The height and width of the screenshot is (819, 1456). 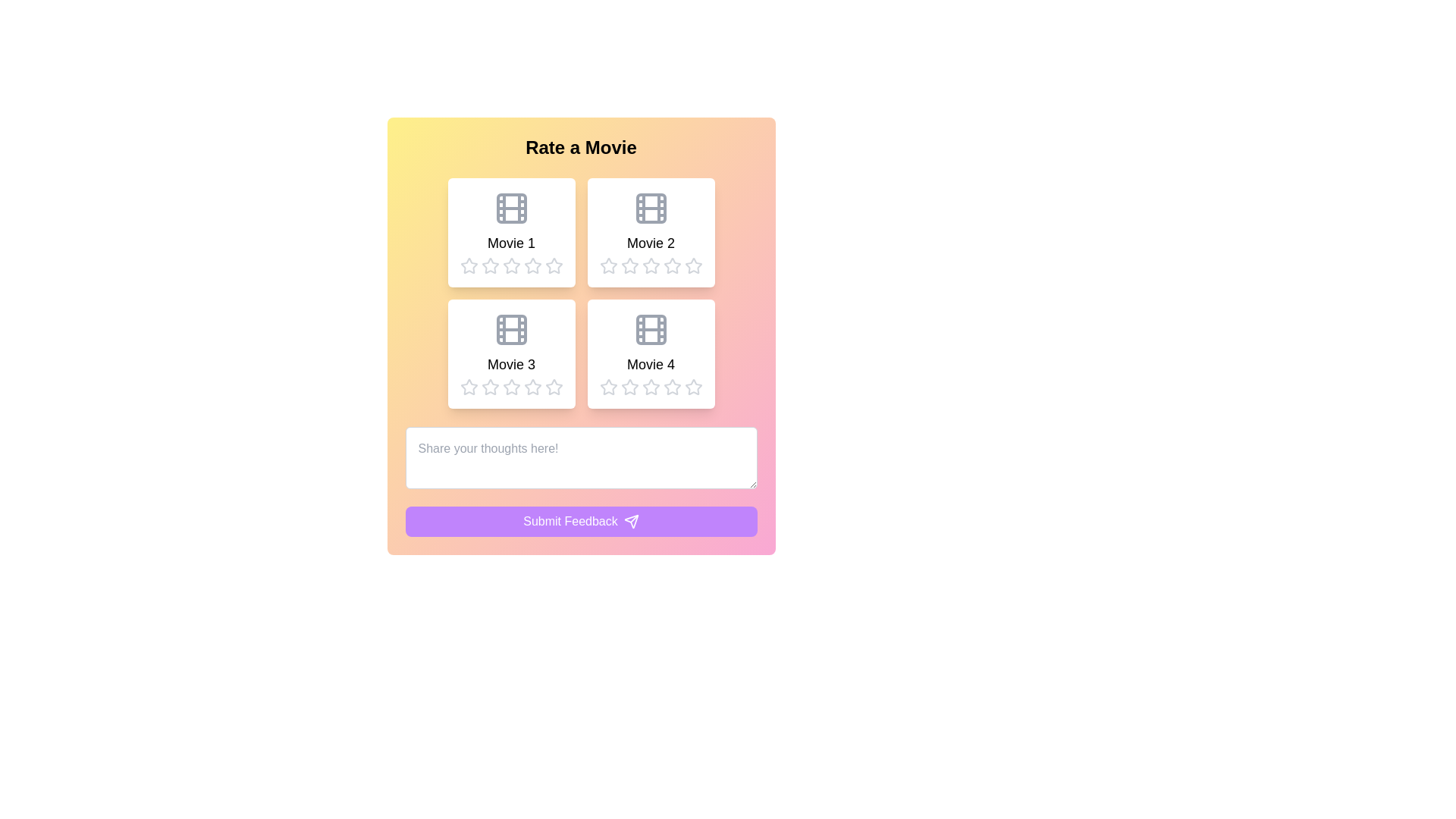 What do you see at coordinates (468, 386) in the screenshot?
I see `the first star rating icon under the panel labeled 'Movie 3'` at bounding box center [468, 386].